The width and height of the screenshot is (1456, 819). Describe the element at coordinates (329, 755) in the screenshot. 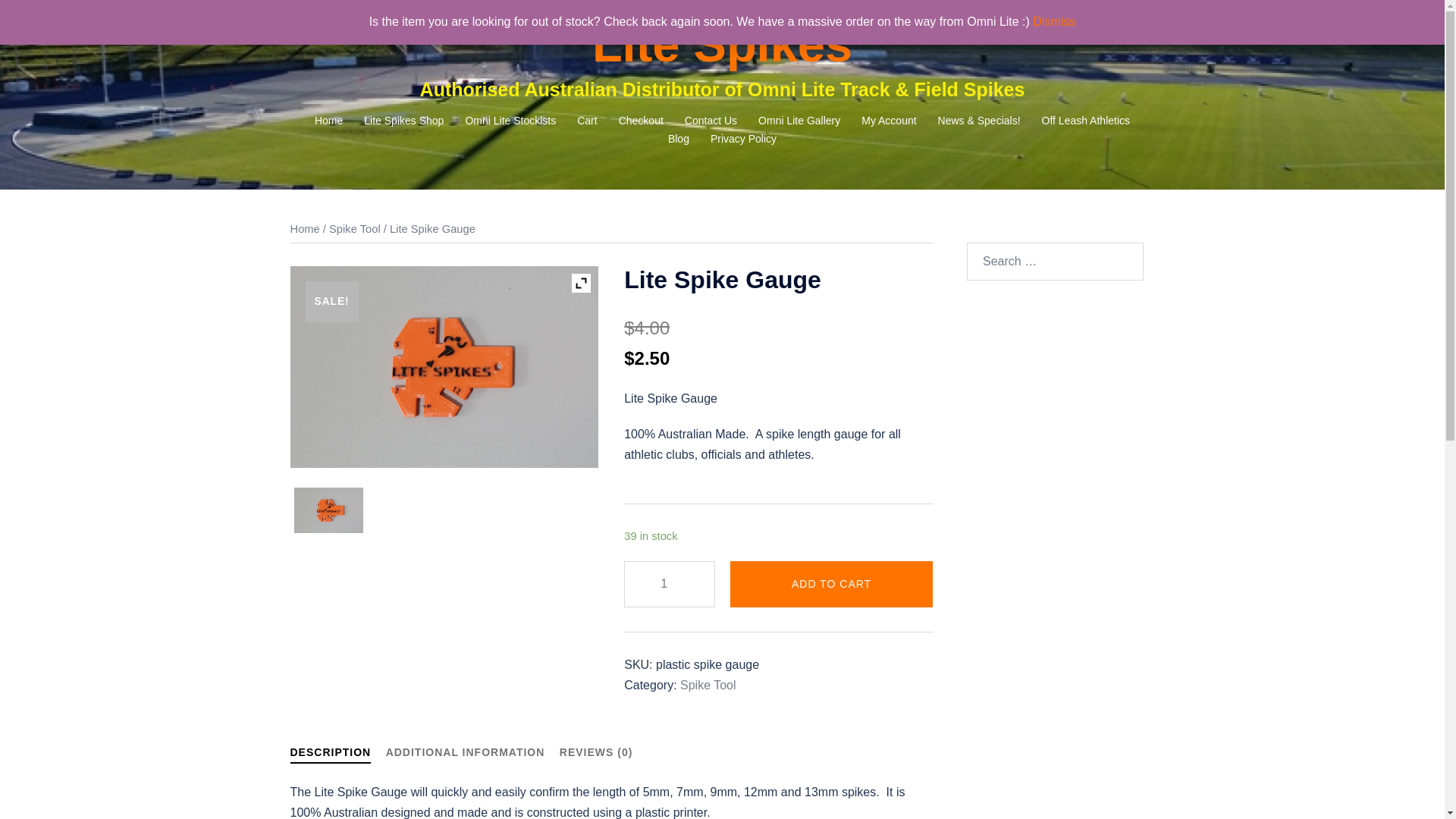

I see `'DESCRIPTION'` at that location.